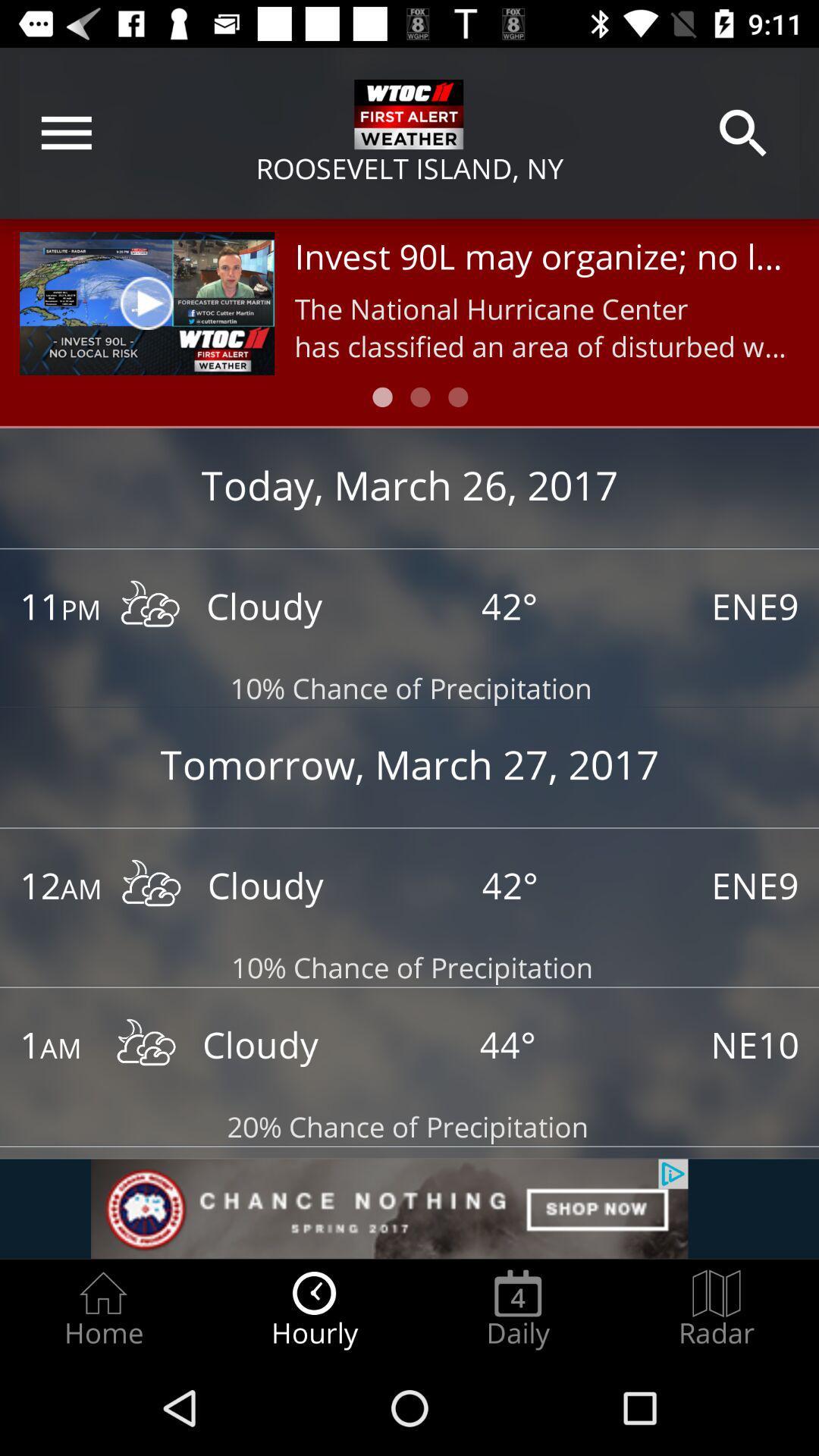  What do you see at coordinates (717, 1309) in the screenshot?
I see `radar icon` at bounding box center [717, 1309].